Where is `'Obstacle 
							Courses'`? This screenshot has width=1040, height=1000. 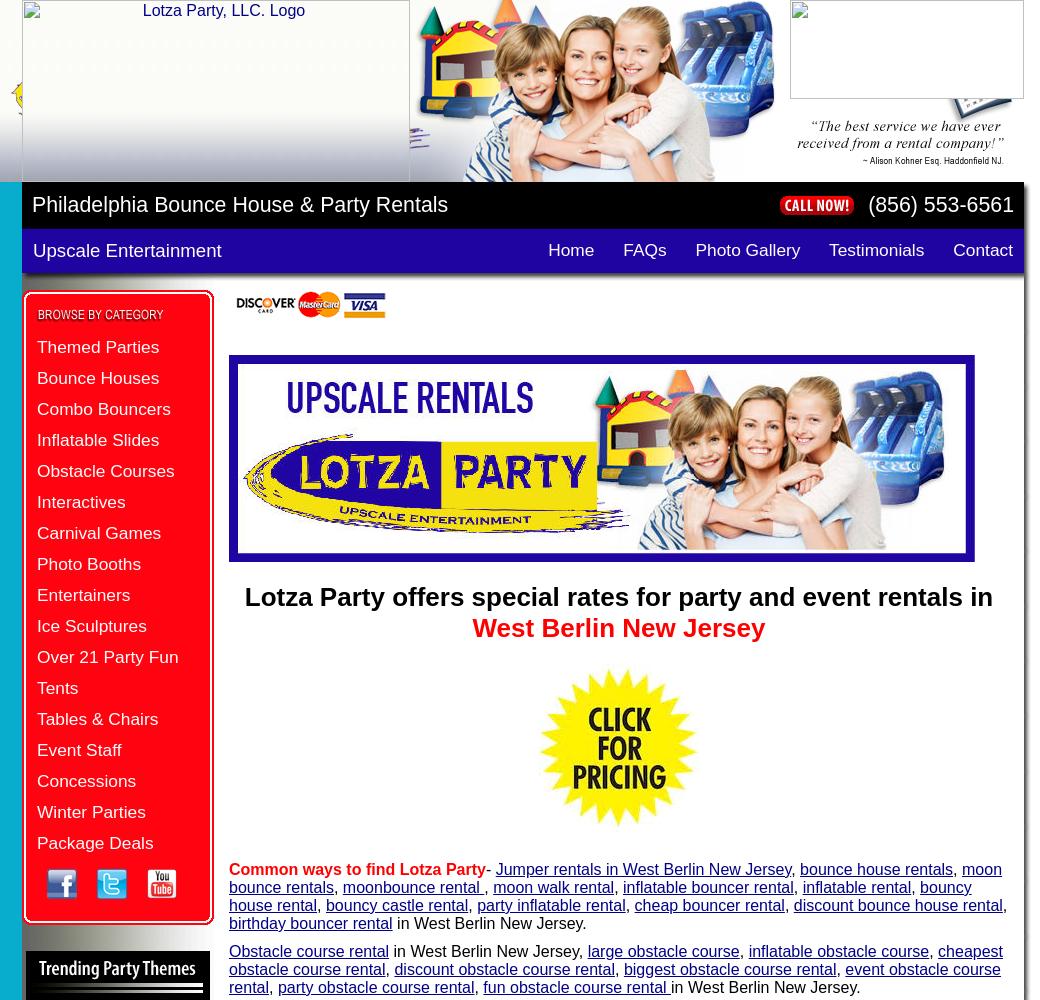 'Obstacle 
							Courses' is located at coordinates (36, 470).